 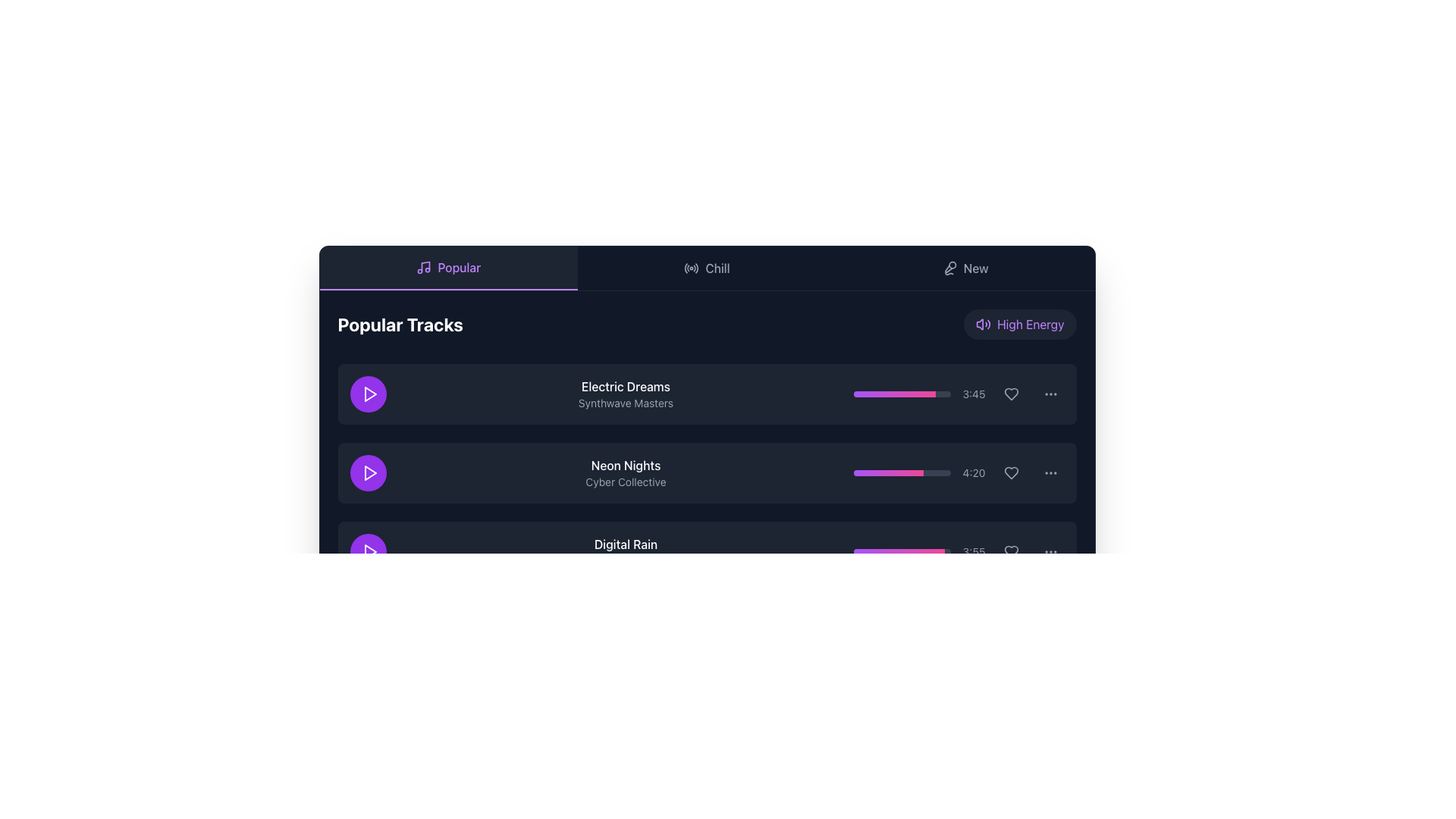 What do you see at coordinates (1011, 472) in the screenshot?
I see `the heart-shaped interactive button with a minimalist outline located at the center-right of the second track item, which is positioned to the right of the time display '4:20'` at bounding box center [1011, 472].